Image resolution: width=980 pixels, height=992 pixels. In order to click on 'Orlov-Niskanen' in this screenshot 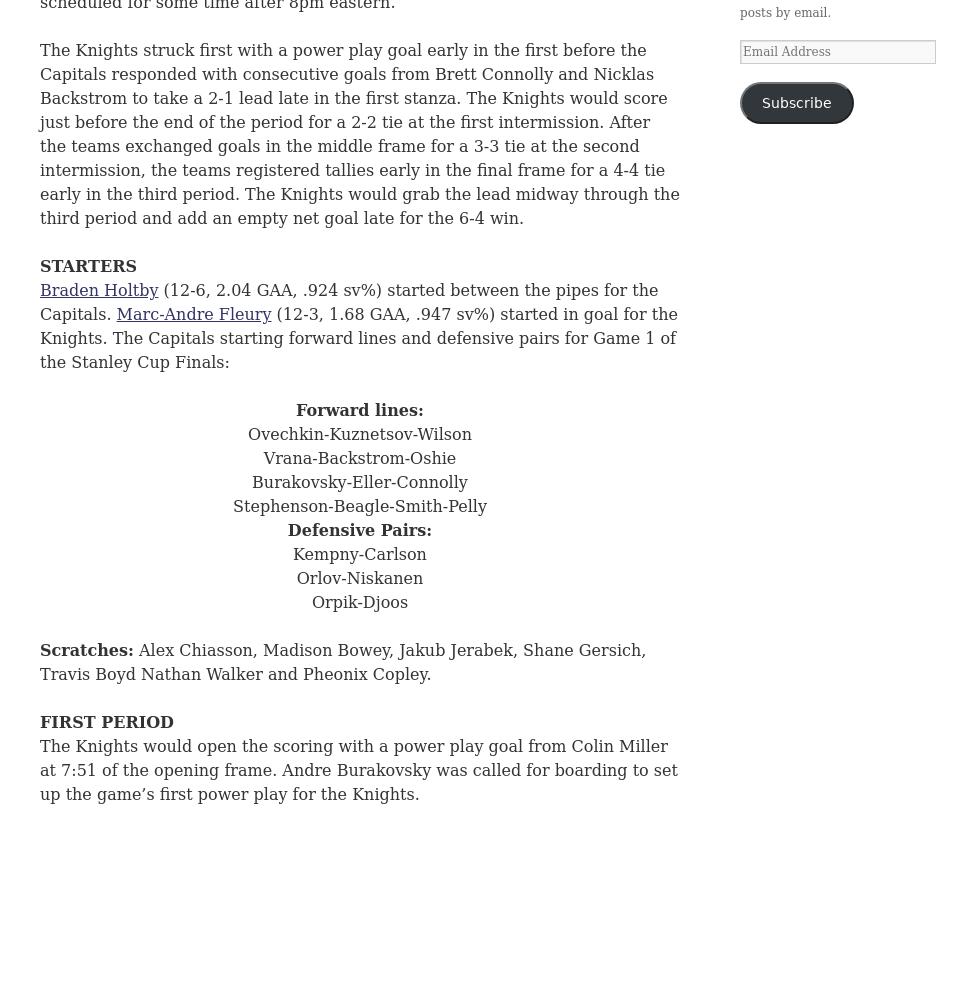, I will do `click(359, 578)`.